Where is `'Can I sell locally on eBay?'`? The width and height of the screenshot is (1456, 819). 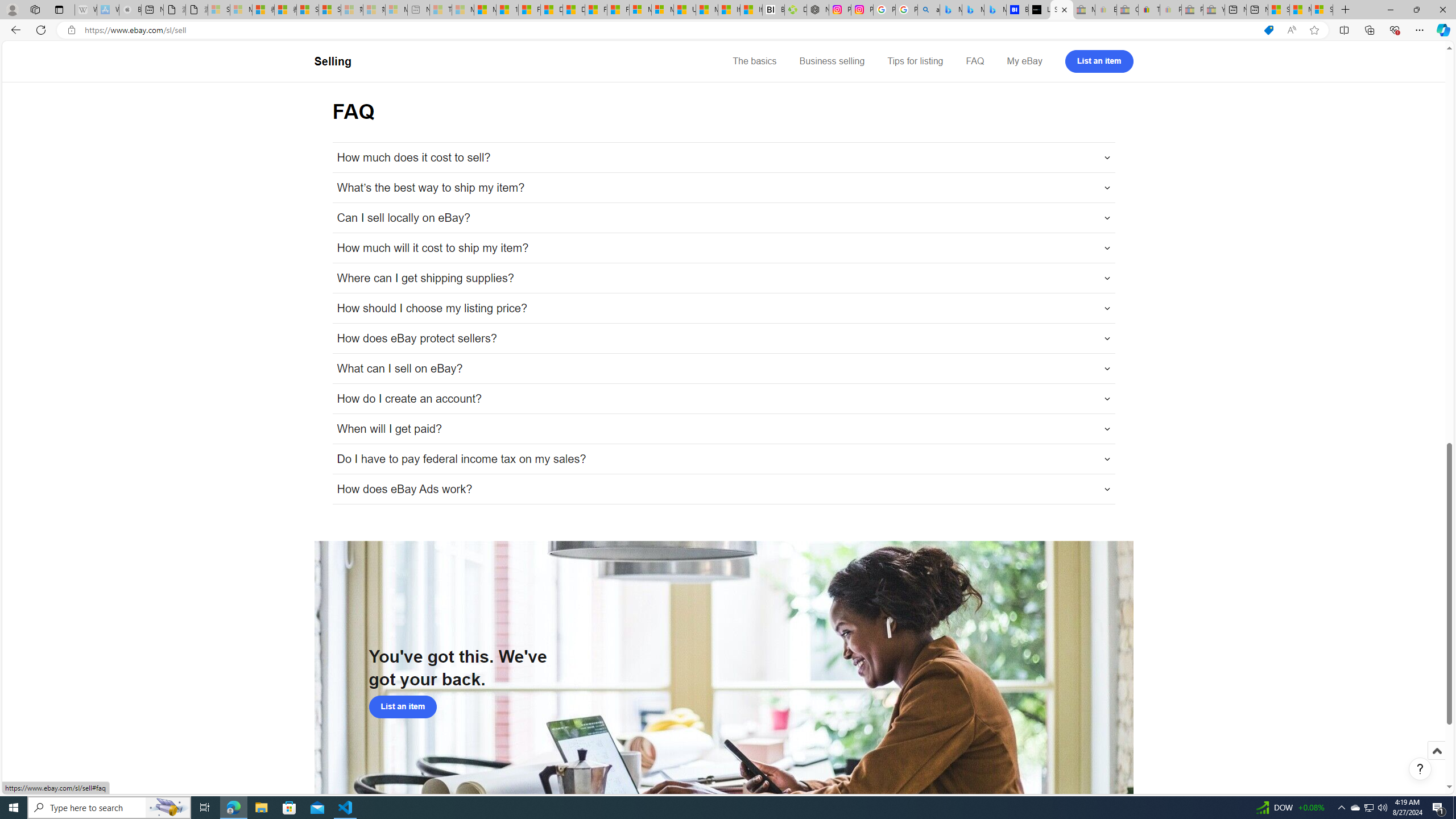
'Can I sell locally on eBay?' is located at coordinates (723, 217).